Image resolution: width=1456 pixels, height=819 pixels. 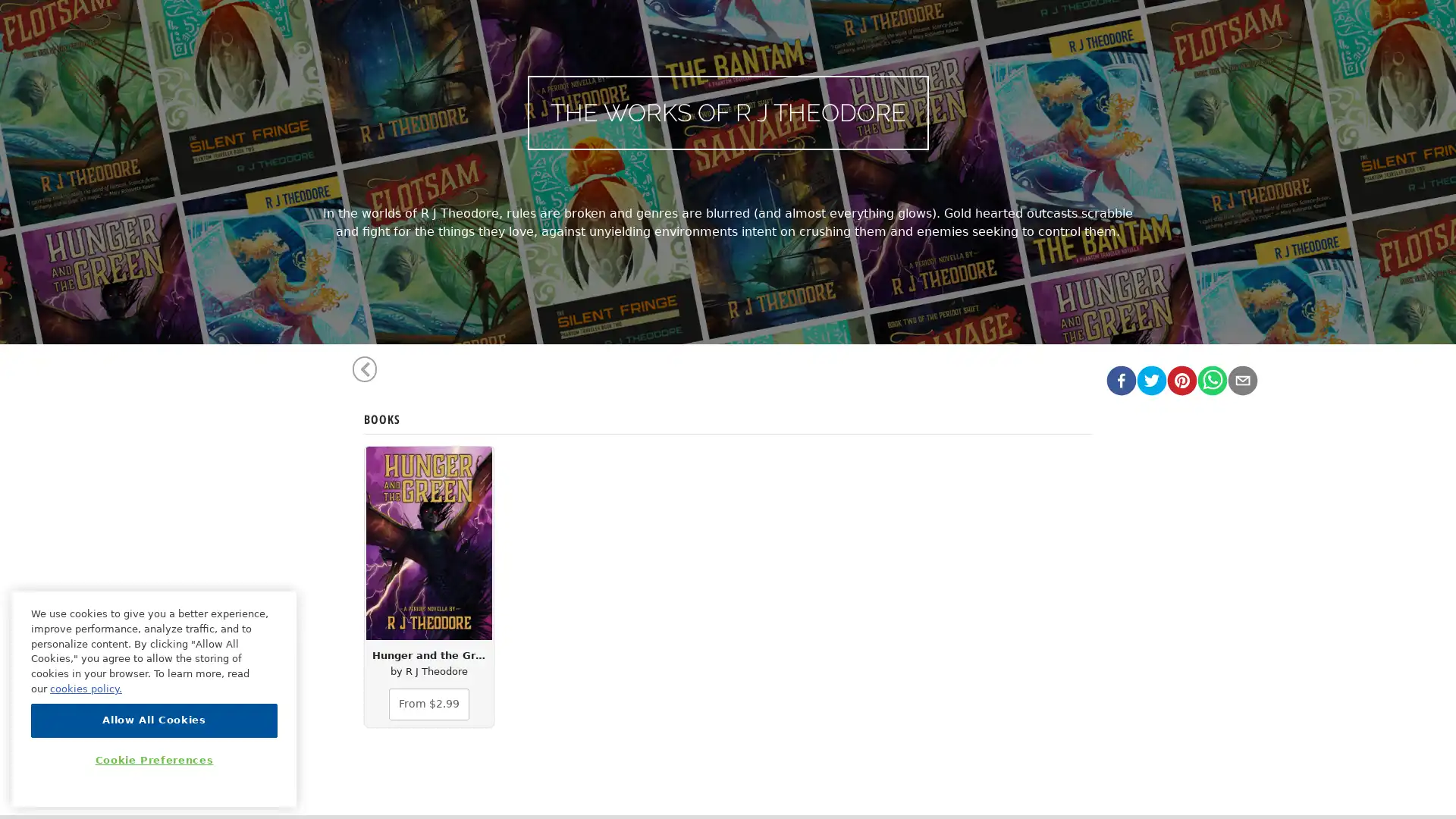 I want to click on twitter, so click(x=1150, y=378).